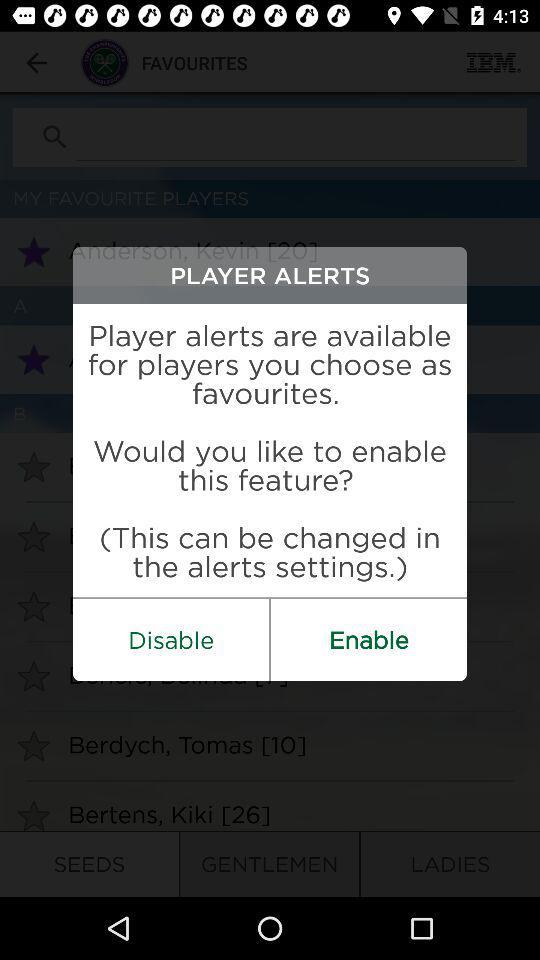 The height and width of the screenshot is (960, 540). I want to click on disable, so click(171, 638).